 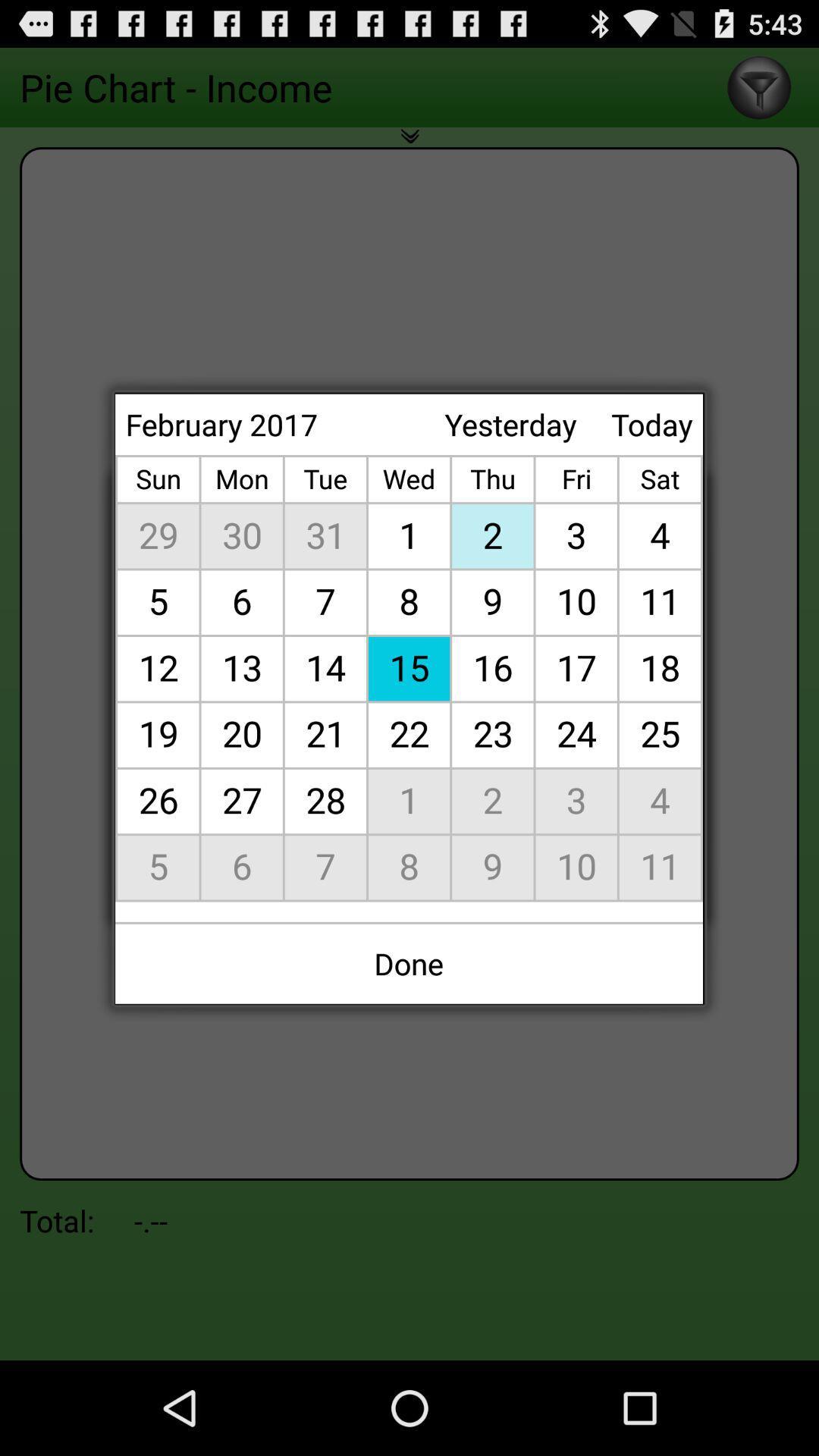 What do you see at coordinates (510, 424) in the screenshot?
I see `item to the right of february 2017 app` at bounding box center [510, 424].